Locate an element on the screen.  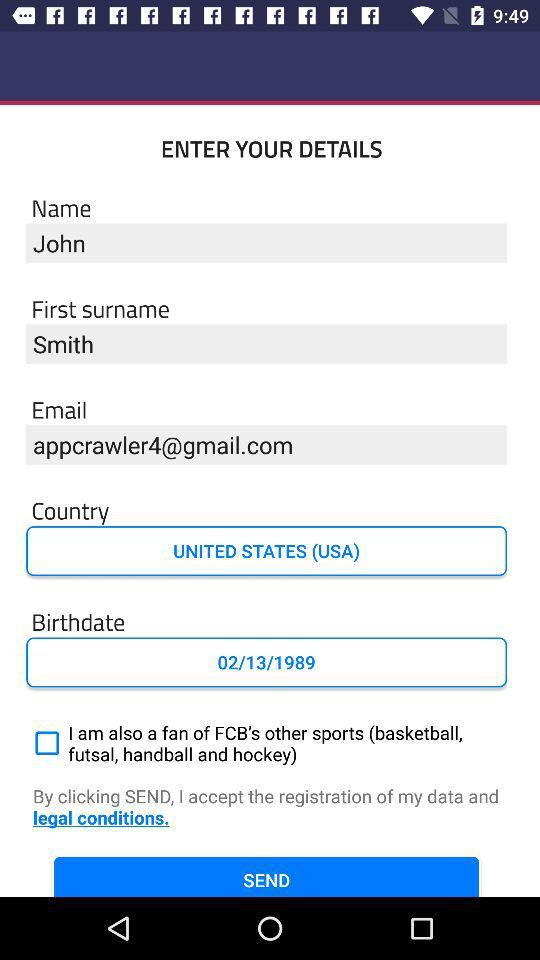
the item below first surname is located at coordinates (266, 344).